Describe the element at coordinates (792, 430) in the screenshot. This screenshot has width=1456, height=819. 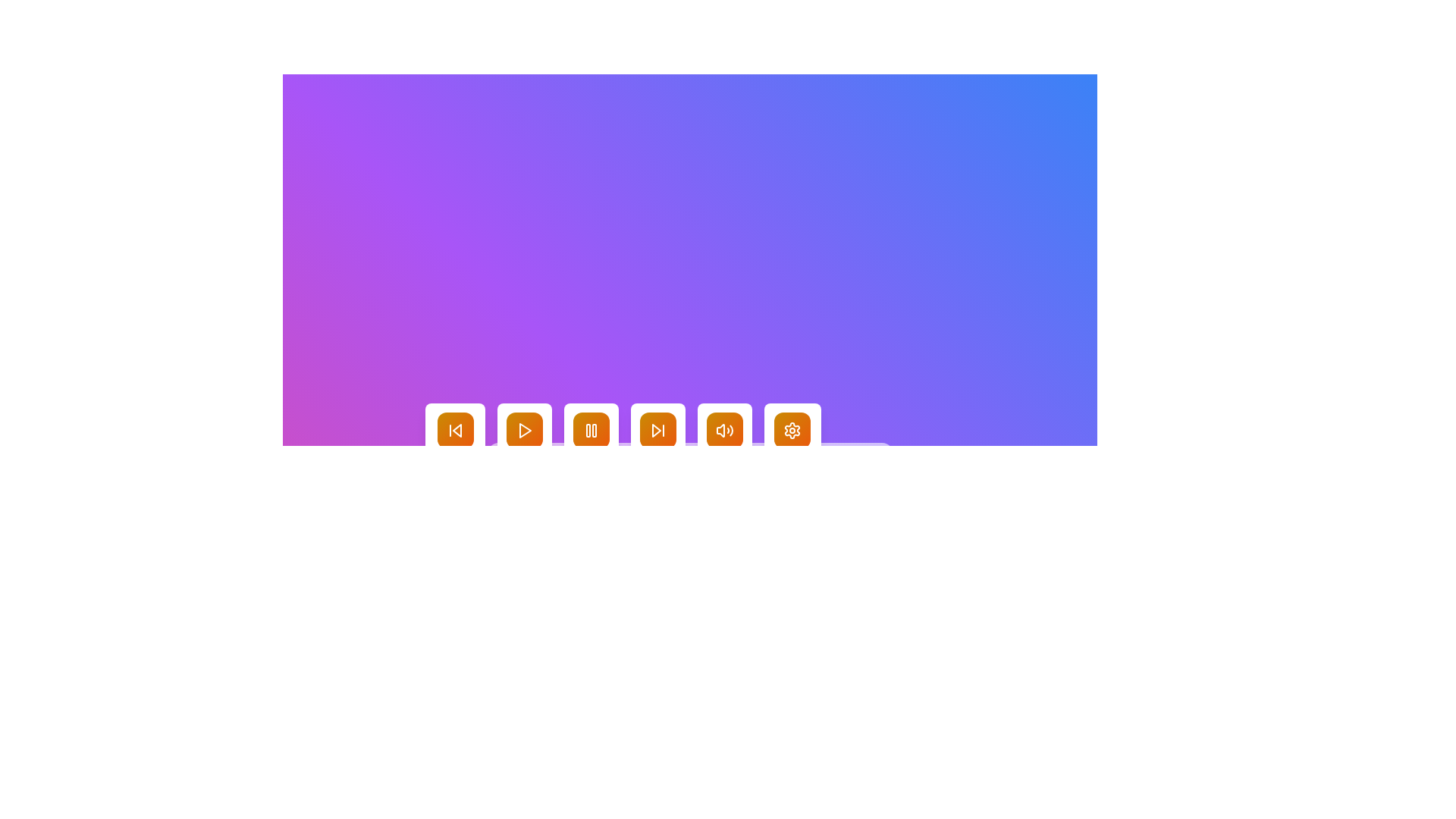
I see `the orange gear icon at the bottom of the interface` at that location.